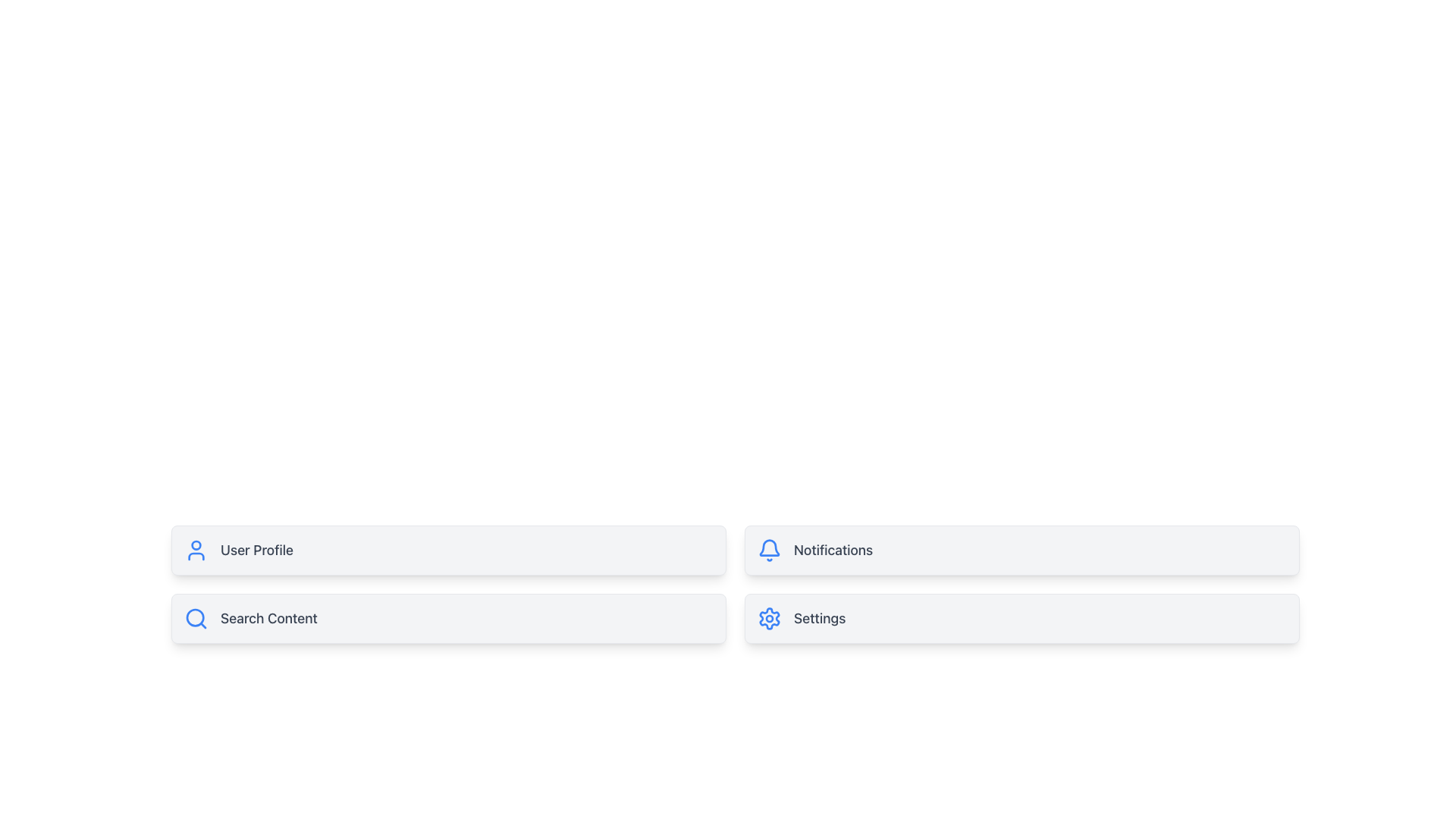 The width and height of the screenshot is (1456, 819). Describe the element at coordinates (256, 550) in the screenshot. I see `the 'User Profile' text label, which is medium weight, large size, and gray in color, positioned to the right of a user icon` at that location.